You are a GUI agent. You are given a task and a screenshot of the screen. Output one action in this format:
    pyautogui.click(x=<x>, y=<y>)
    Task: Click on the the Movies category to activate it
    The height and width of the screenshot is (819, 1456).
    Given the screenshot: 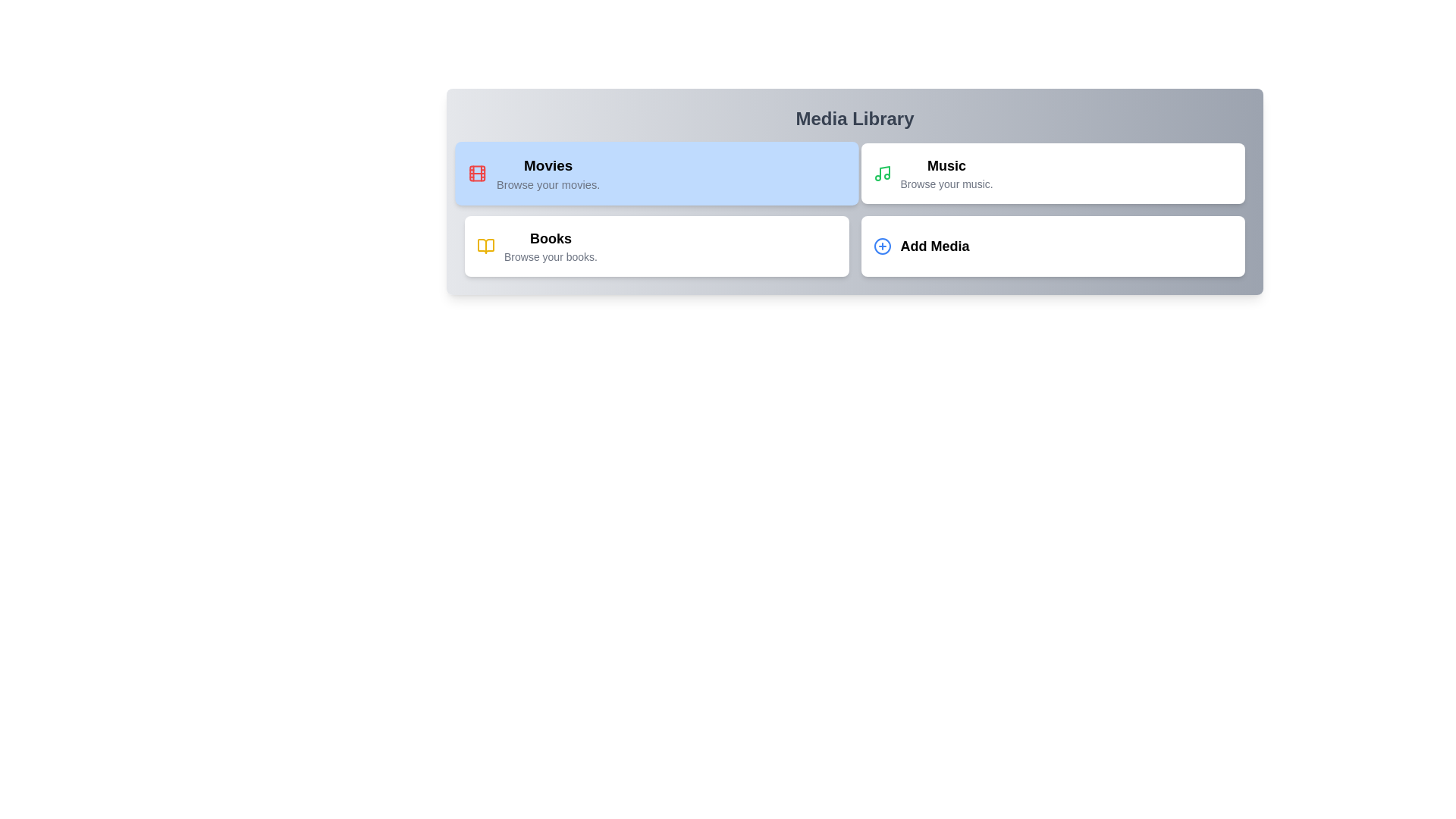 What is the action you would take?
    pyautogui.click(x=657, y=172)
    